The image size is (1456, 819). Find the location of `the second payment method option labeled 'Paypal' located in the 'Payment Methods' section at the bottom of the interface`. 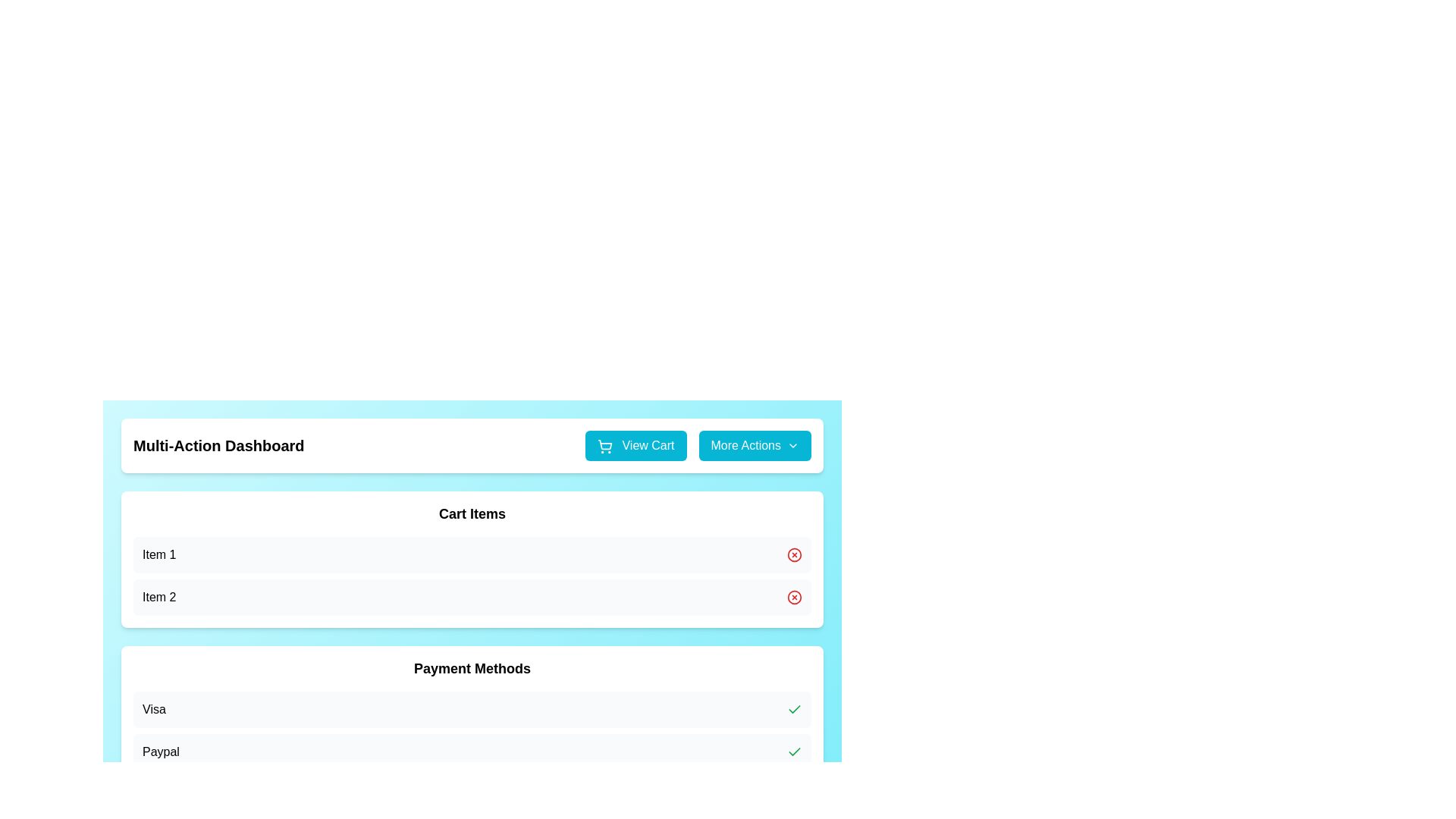

the second payment method option labeled 'Paypal' located in the 'Payment Methods' section at the bottom of the interface is located at coordinates (472, 730).